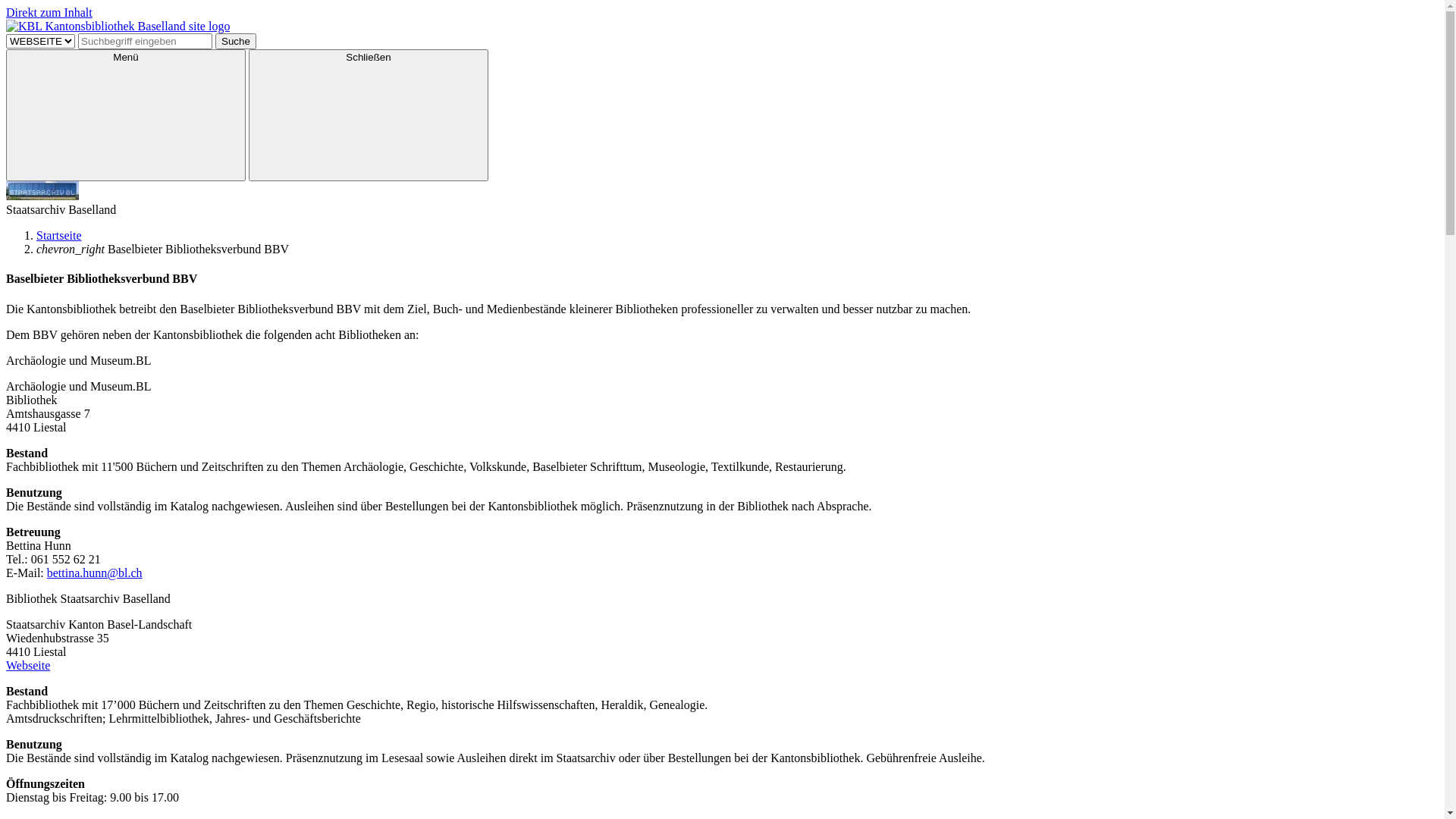  What do you see at coordinates (93, 573) in the screenshot?
I see `'bettina.hunn@bl.ch'` at bounding box center [93, 573].